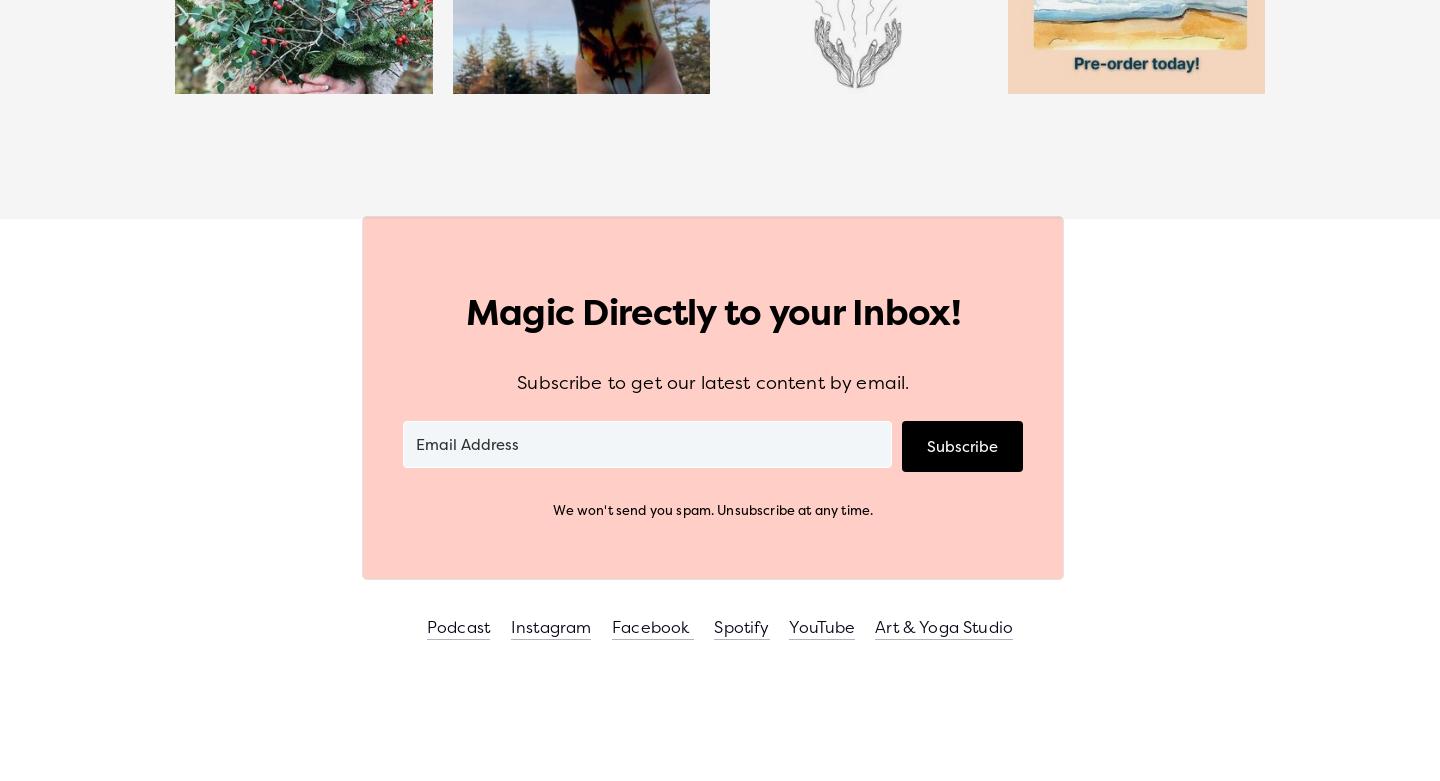 The height and width of the screenshot is (781, 1440). I want to click on 'Magic Directly to your Inbox!', so click(712, 310).